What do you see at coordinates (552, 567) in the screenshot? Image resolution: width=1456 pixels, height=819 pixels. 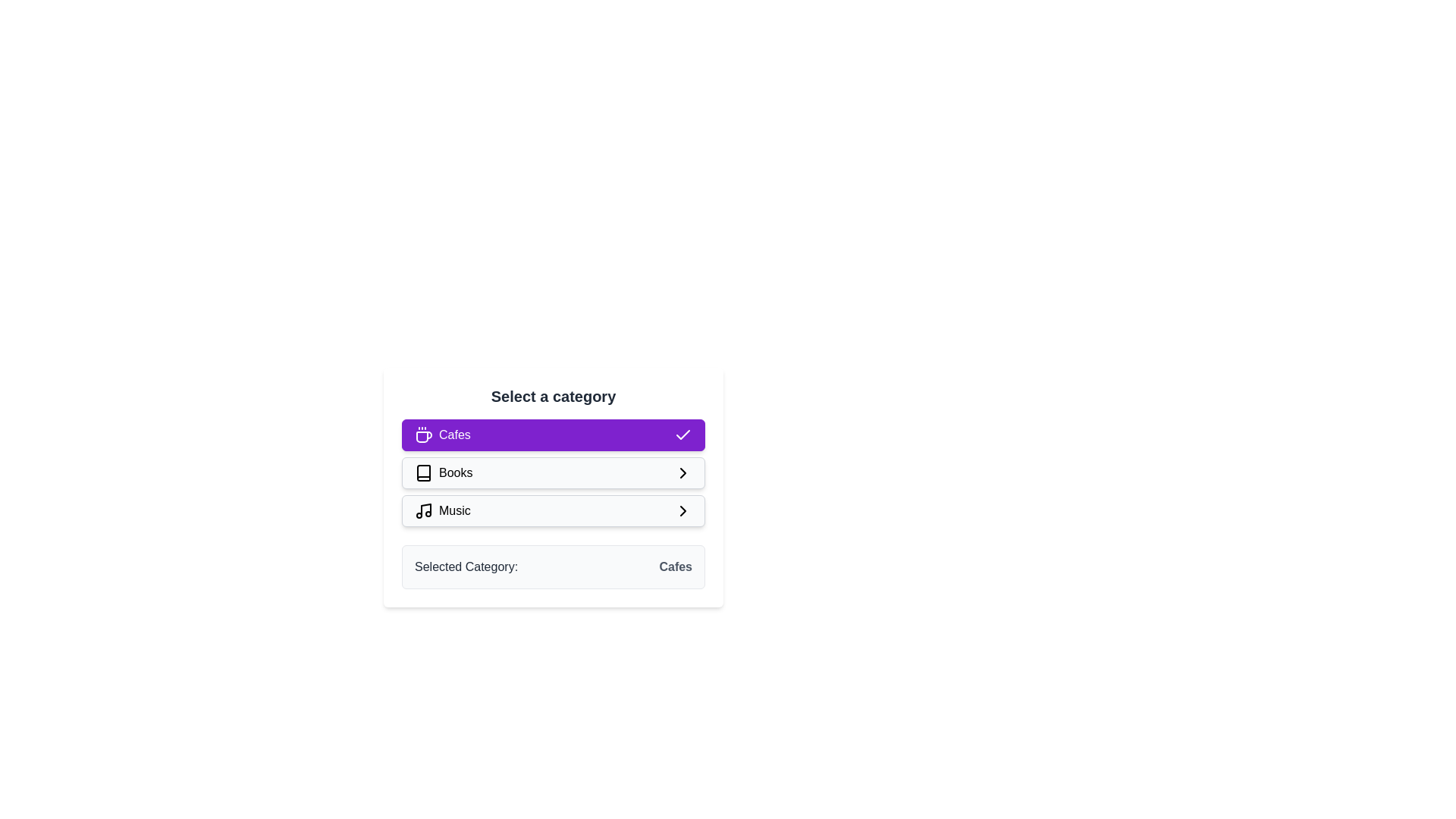 I see `the informational display box that shows 'Selected Category: Cafes' located at the bottom of the category selection interface` at bounding box center [552, 567].